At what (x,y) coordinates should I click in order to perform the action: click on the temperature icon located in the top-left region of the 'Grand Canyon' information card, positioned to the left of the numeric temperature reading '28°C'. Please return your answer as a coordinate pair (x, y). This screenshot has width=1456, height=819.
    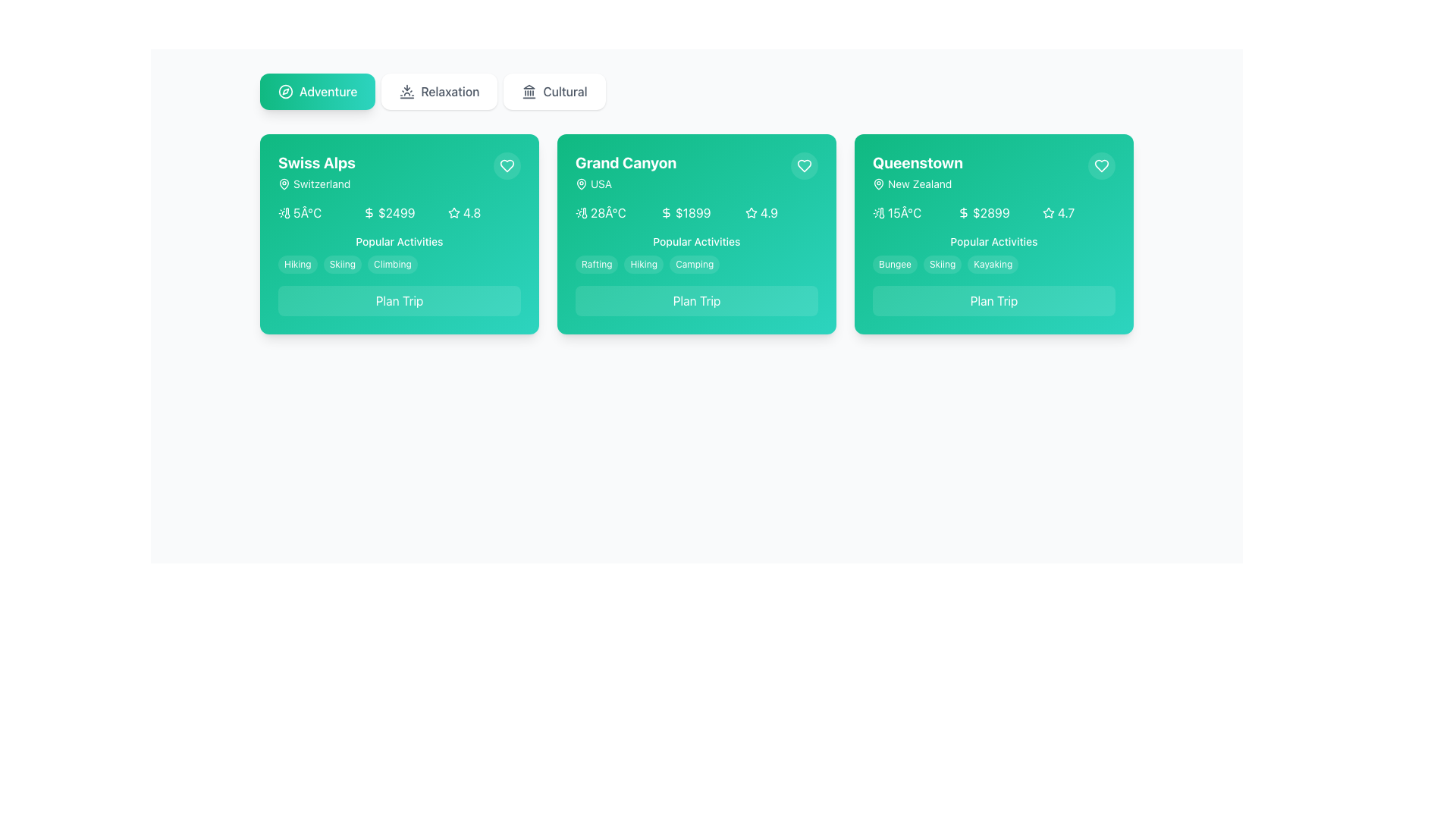
    Looking at the image, I should click on (581, 213).